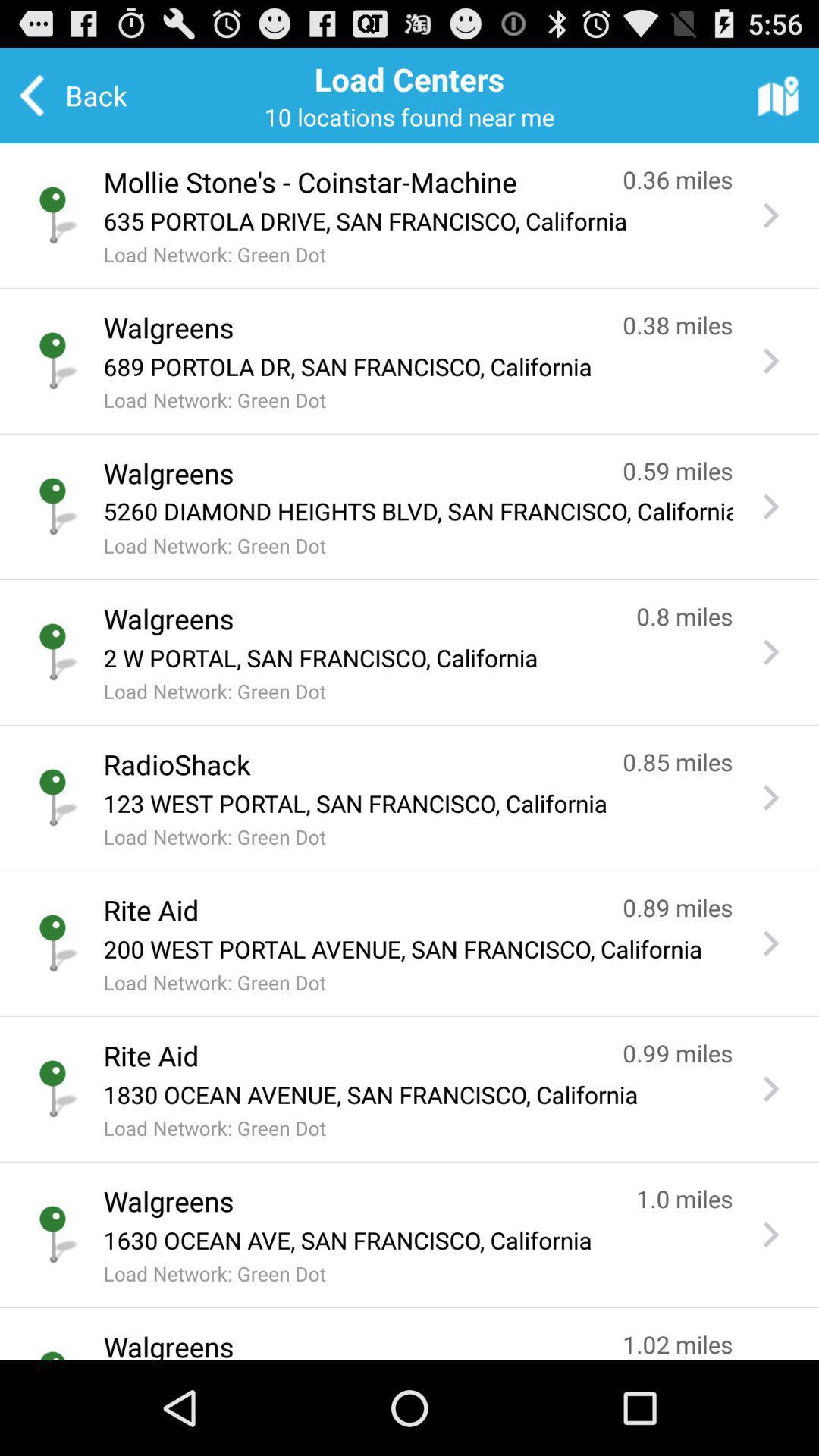  I want to click on the icon above 635 portola drive icon, so click(348, 182).